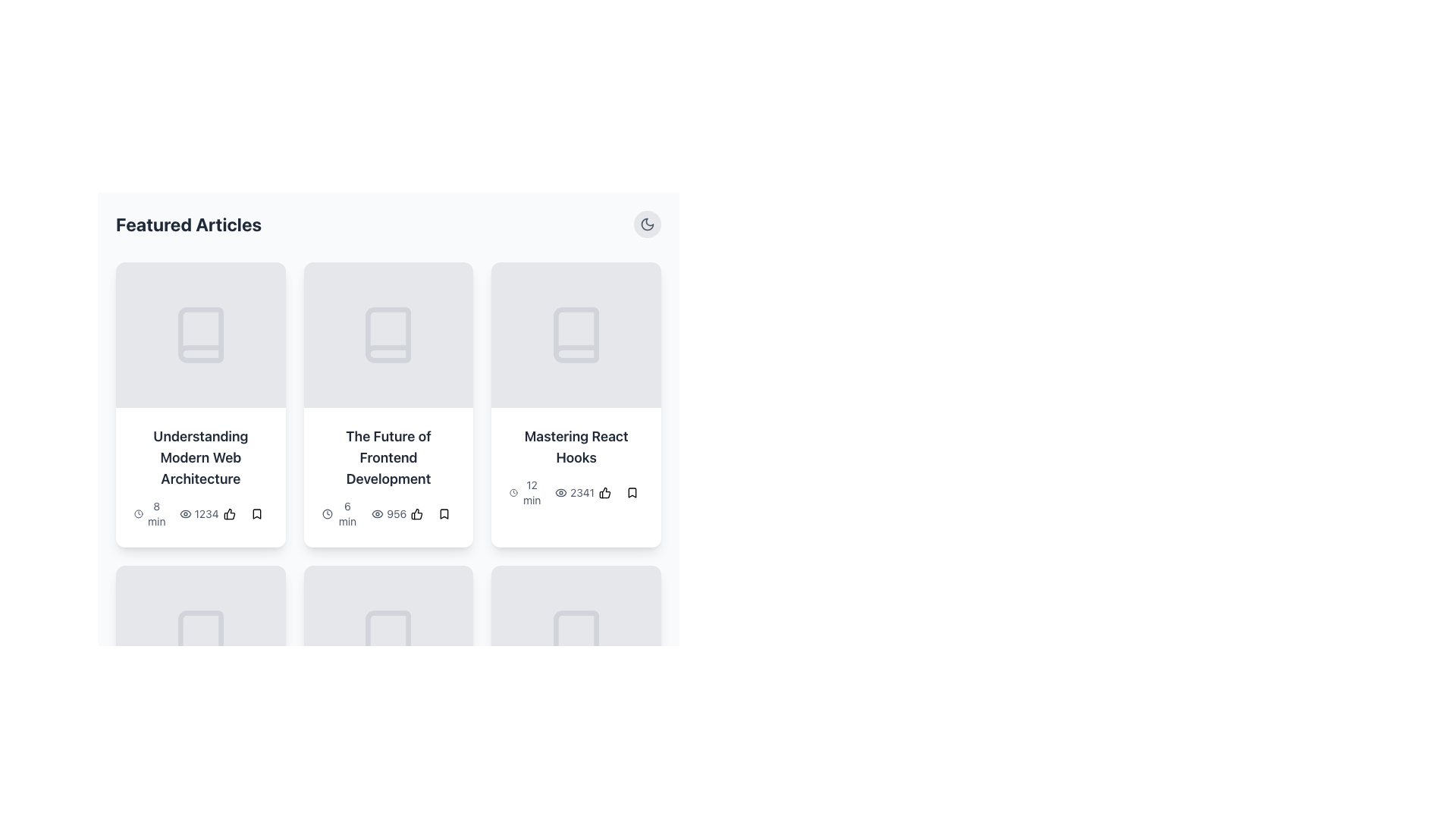 The image size is (1456, 819). What do you see at coordinates (184, 513) in the screenshot?
I see `the visibility icon that indicates the number of views for the 'Understanding Modern Web Architecture' article, located at the top of the numeric portion of its card` at bounding box center [184, 513].